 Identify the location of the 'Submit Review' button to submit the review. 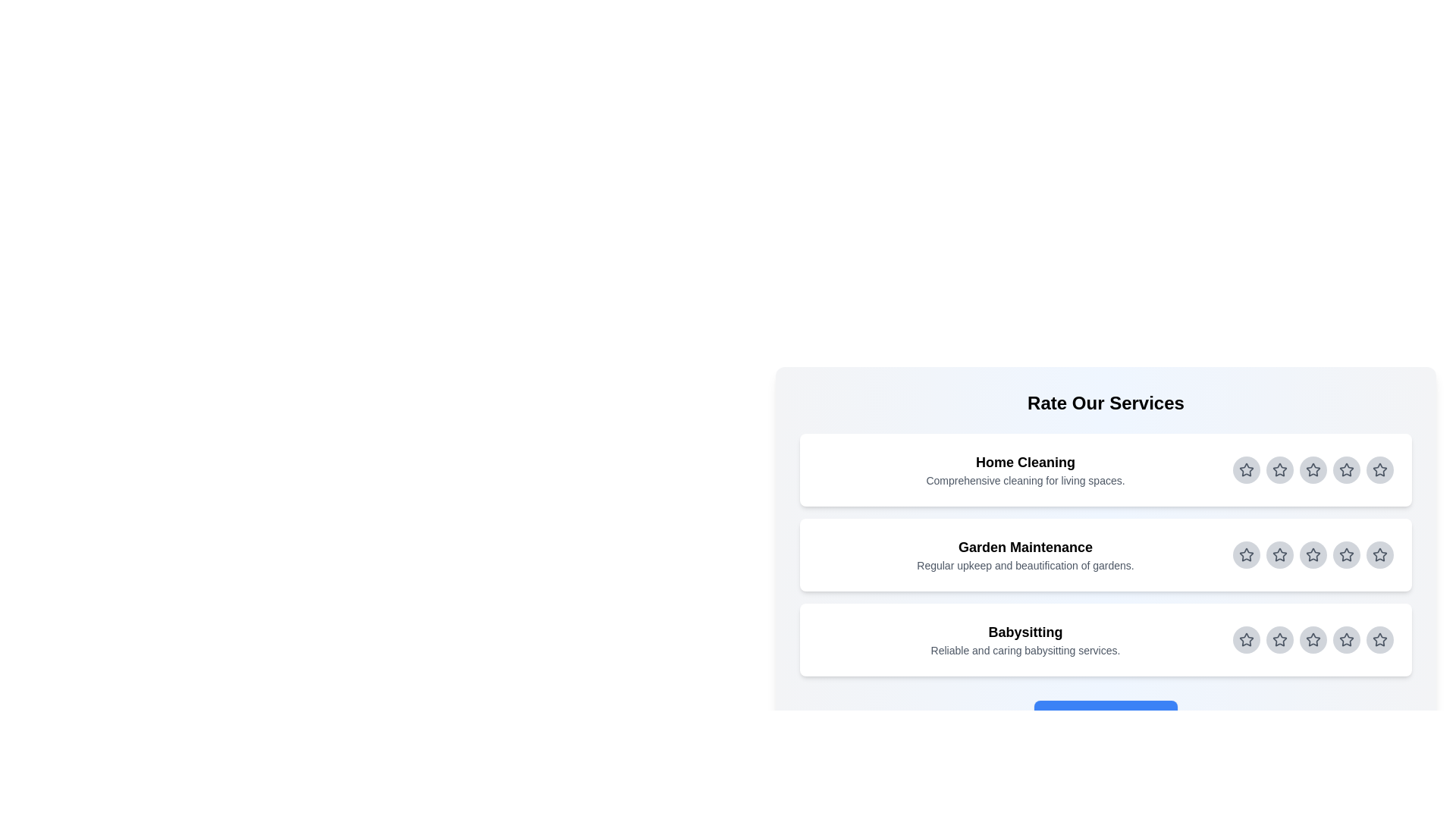
(1106, 718).